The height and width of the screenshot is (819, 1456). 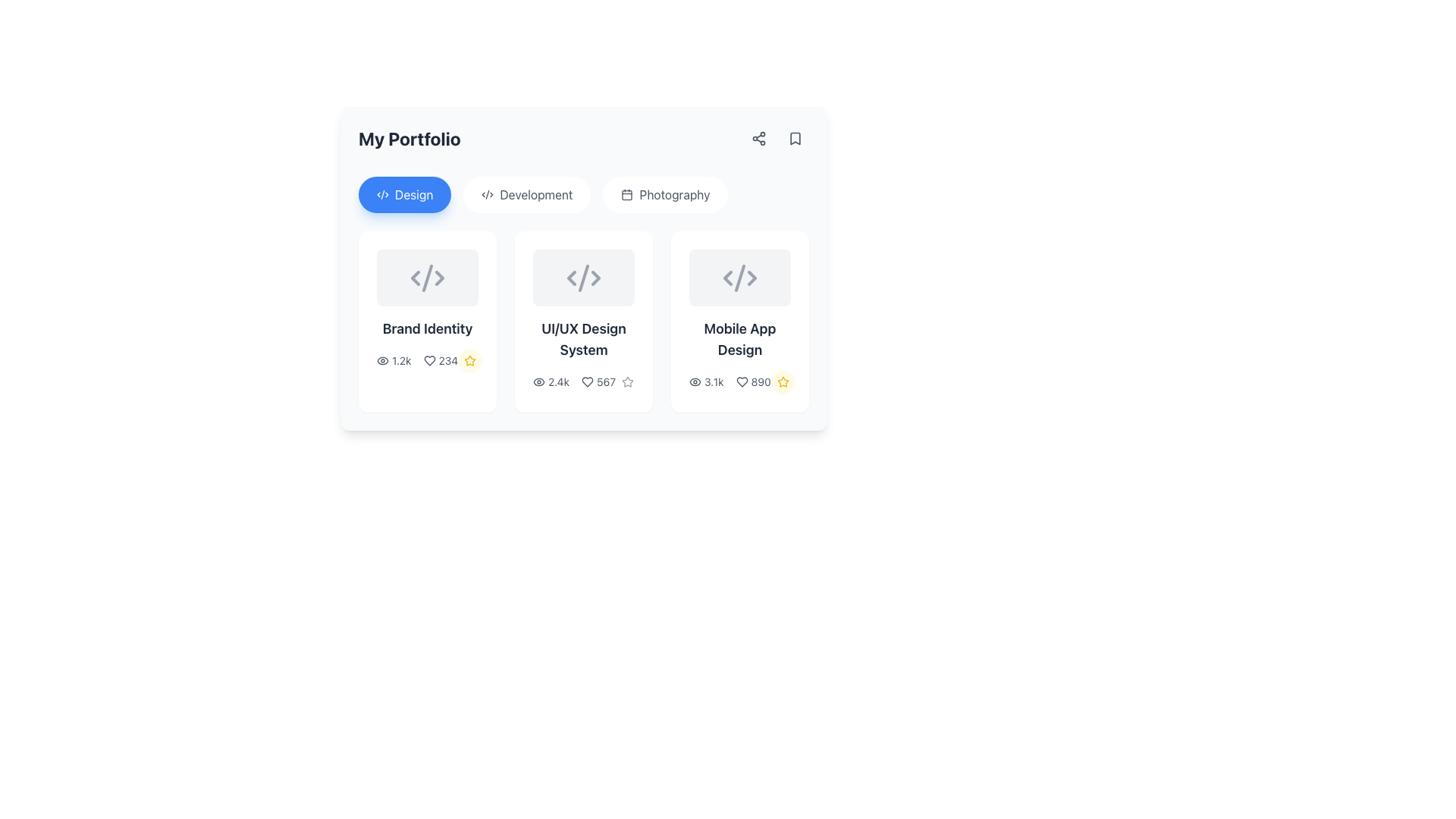 I want to click on the 'Development' button, so click(x=527, y=194).